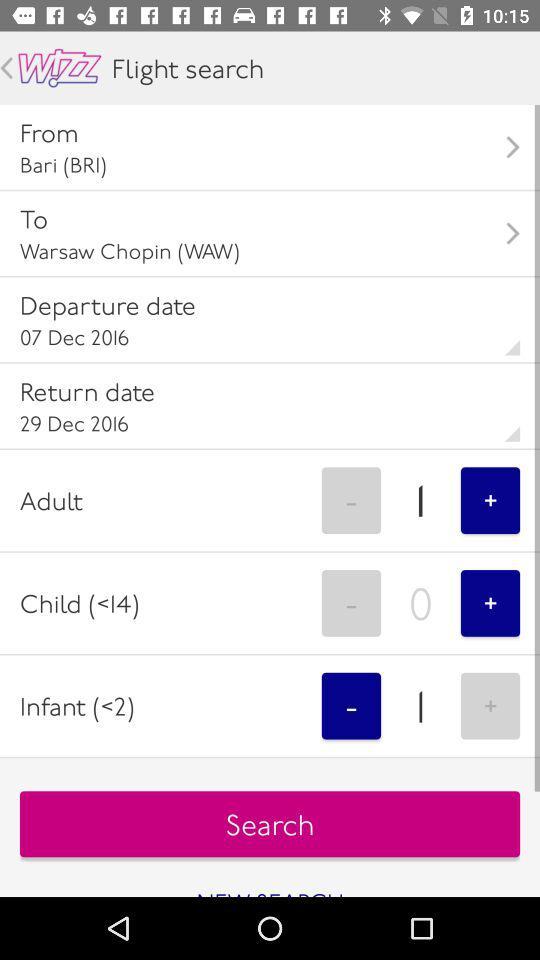  Describe the element at coordinates (5, 68) in the screenshot. I see `back` at that location.